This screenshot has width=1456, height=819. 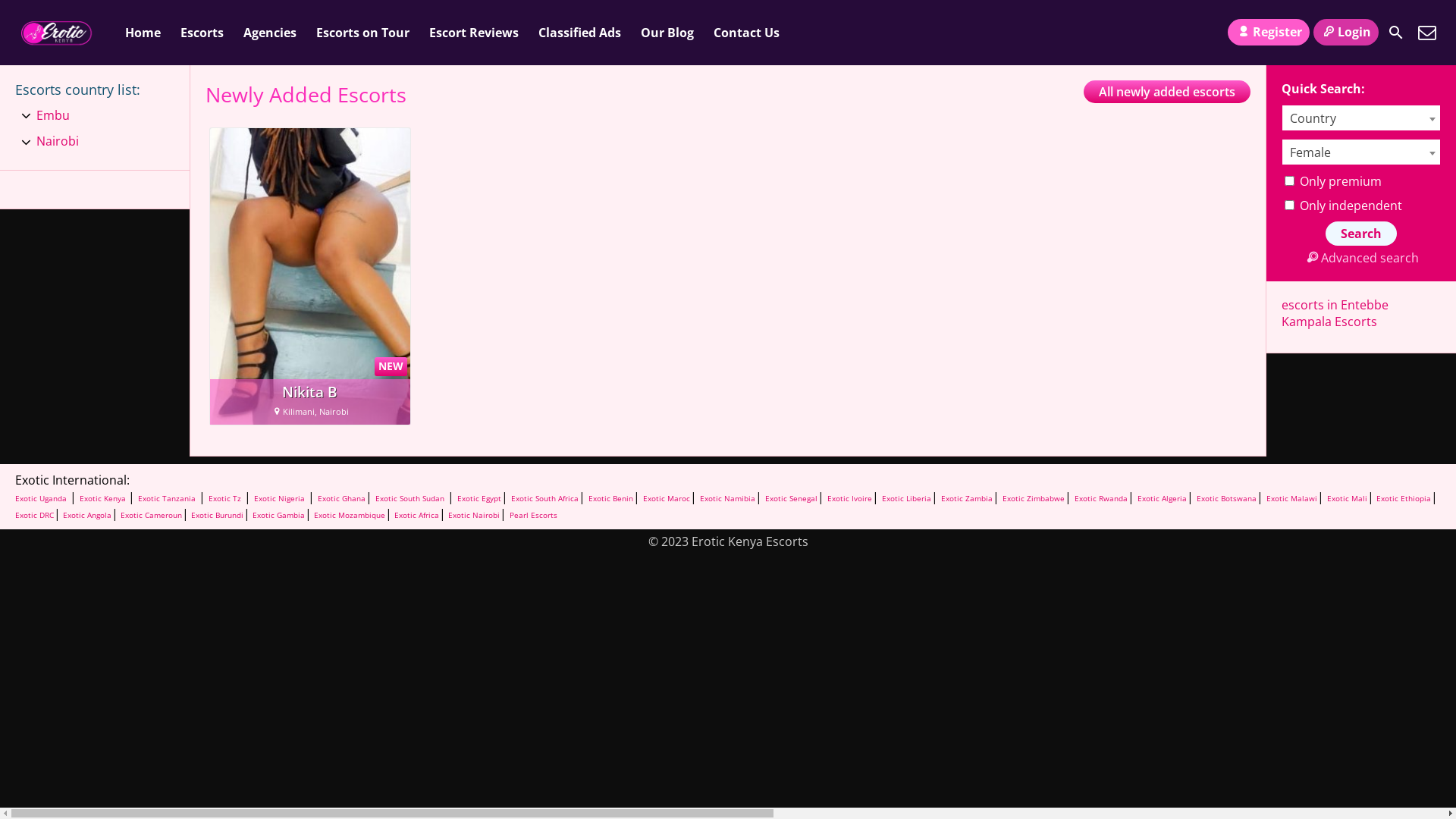 I want to click on 'Exotic Nigeria', so click(x=279, y=497).